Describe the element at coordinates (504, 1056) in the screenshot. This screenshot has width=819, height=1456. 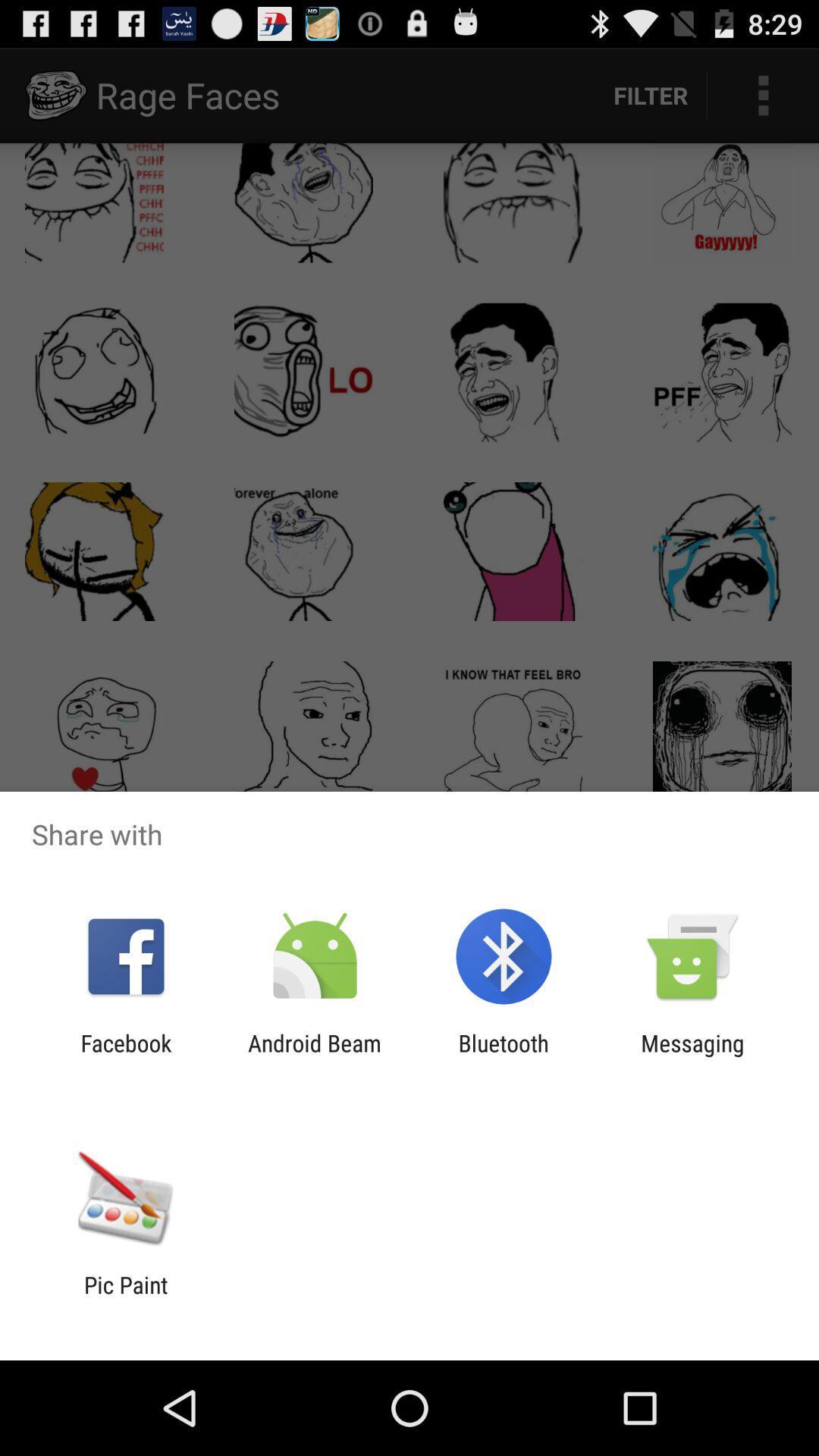
I see `the item next to android beam item` at that location.